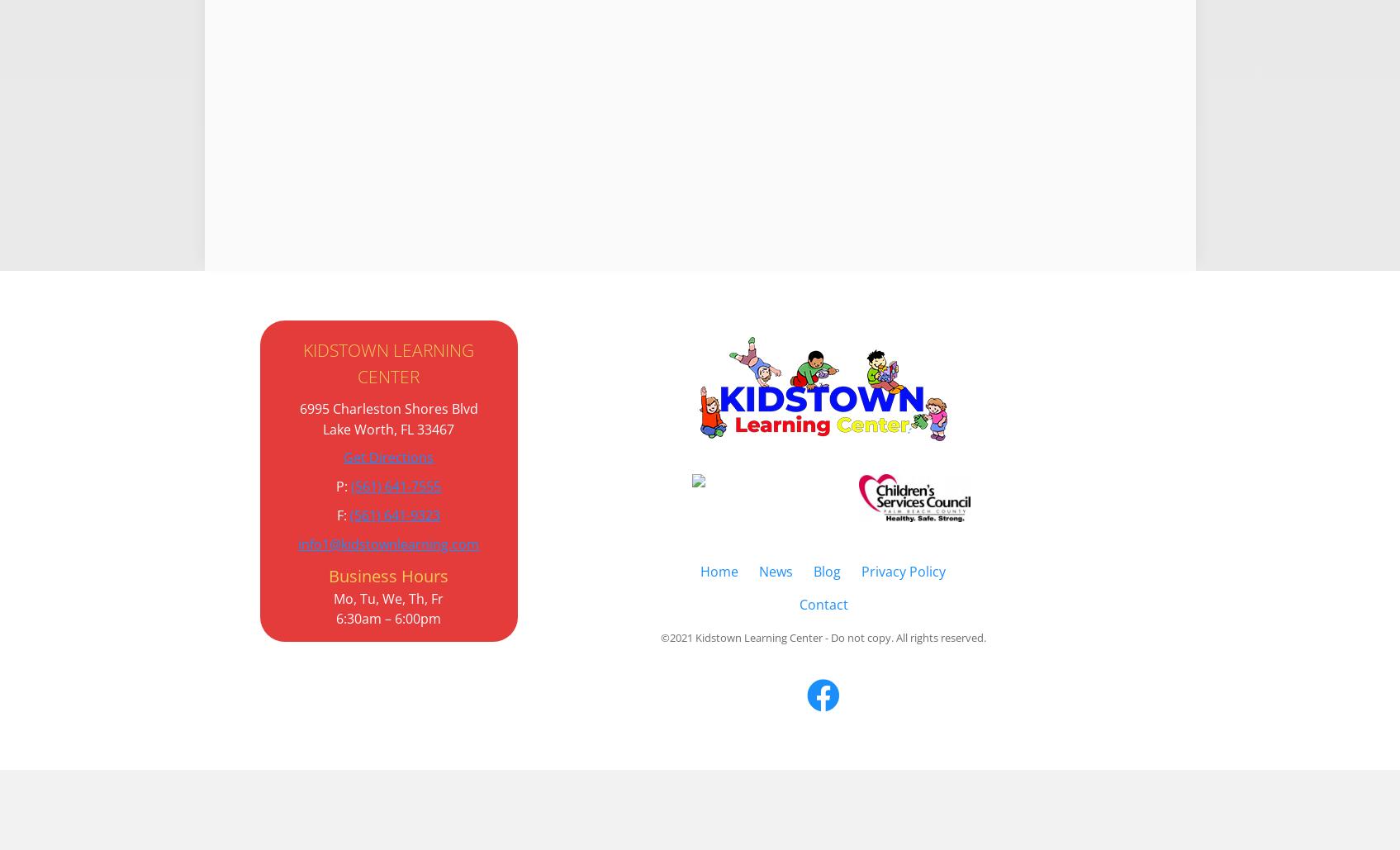 This screenshot has width=1400, height=850. I want to click on 'Home', so click(719, 571).